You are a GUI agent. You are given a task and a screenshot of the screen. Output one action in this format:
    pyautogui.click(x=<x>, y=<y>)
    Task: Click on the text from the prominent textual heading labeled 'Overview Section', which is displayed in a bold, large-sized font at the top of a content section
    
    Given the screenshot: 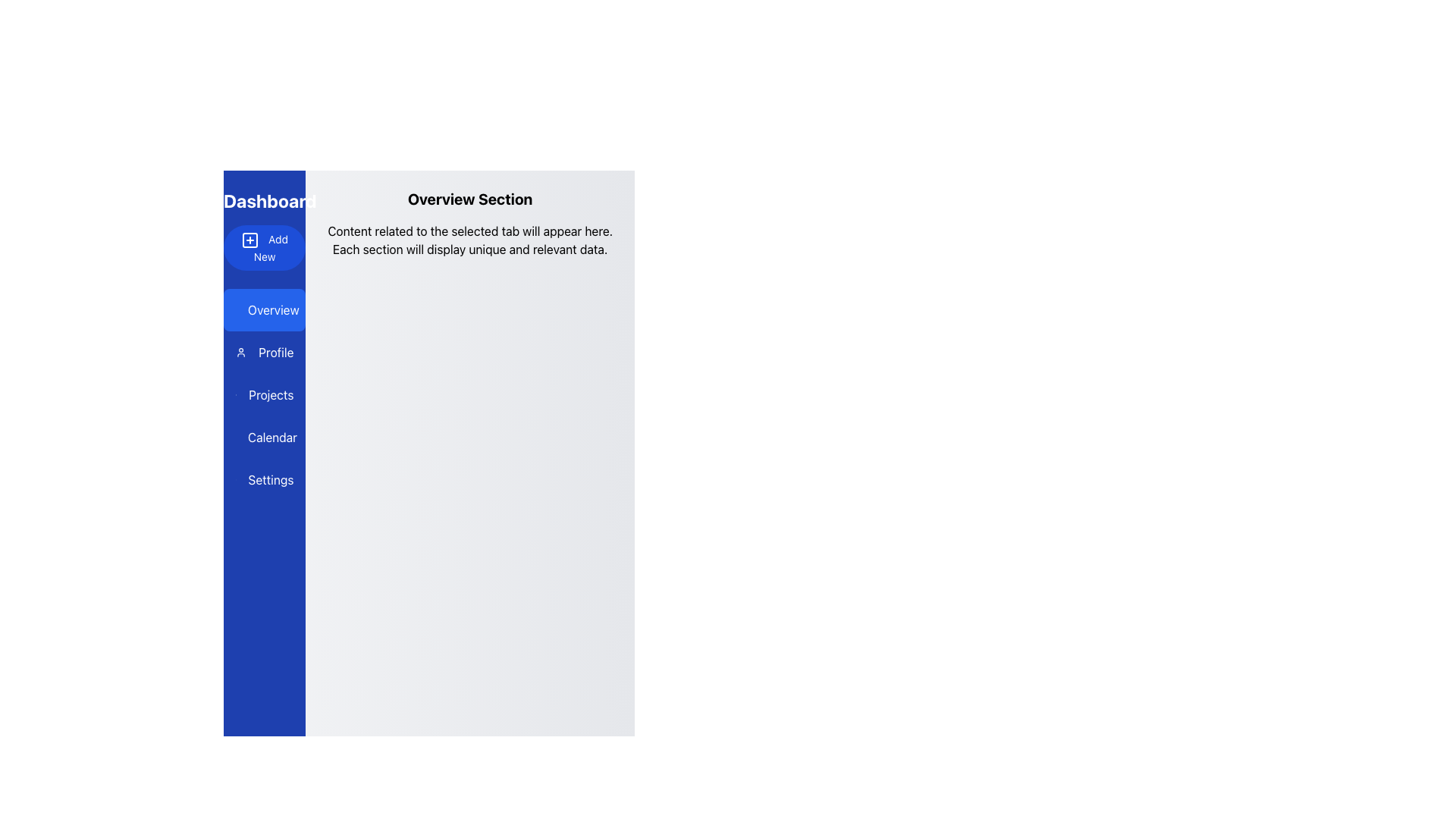 What is the action you would take?
    pyautogui.click(x=469, y=198)
    